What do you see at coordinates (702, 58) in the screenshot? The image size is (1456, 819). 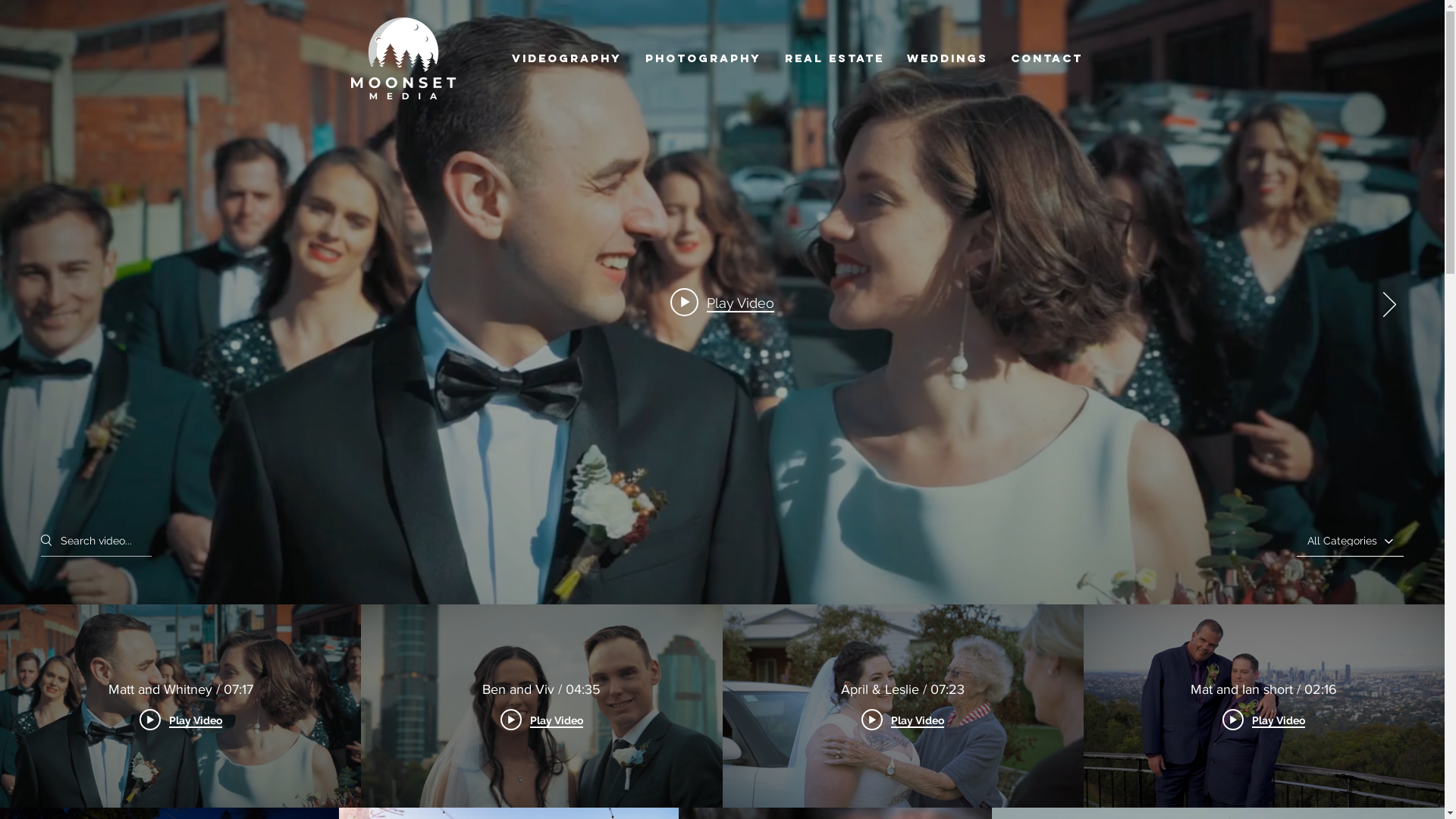 I see `'PHOTOGRAPHY'` at bounding box center [702, 58].